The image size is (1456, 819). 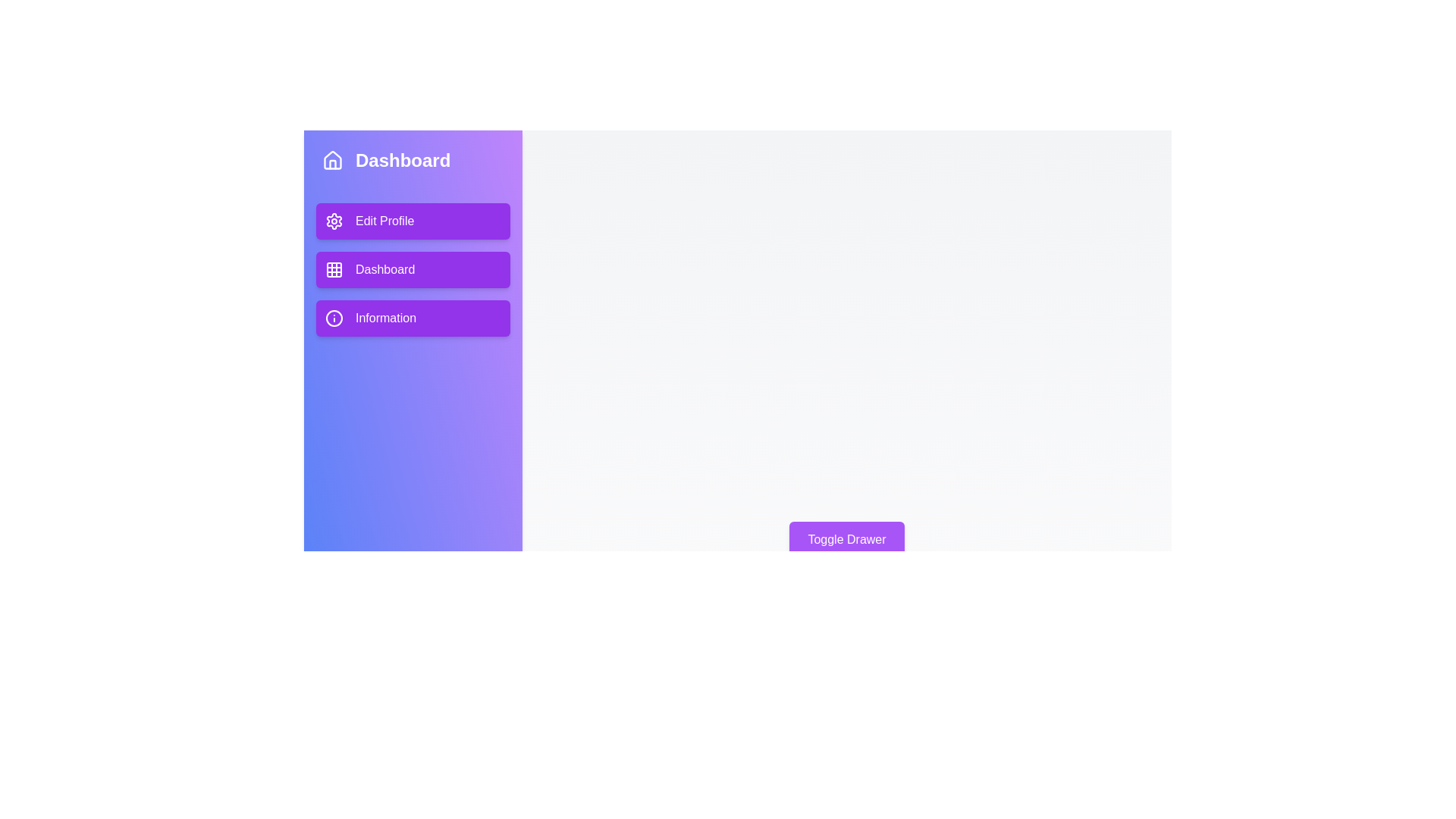 I want to click on the header labeled 'Dashboard' to ensure it is visible and static, so click(x=413, y=161).